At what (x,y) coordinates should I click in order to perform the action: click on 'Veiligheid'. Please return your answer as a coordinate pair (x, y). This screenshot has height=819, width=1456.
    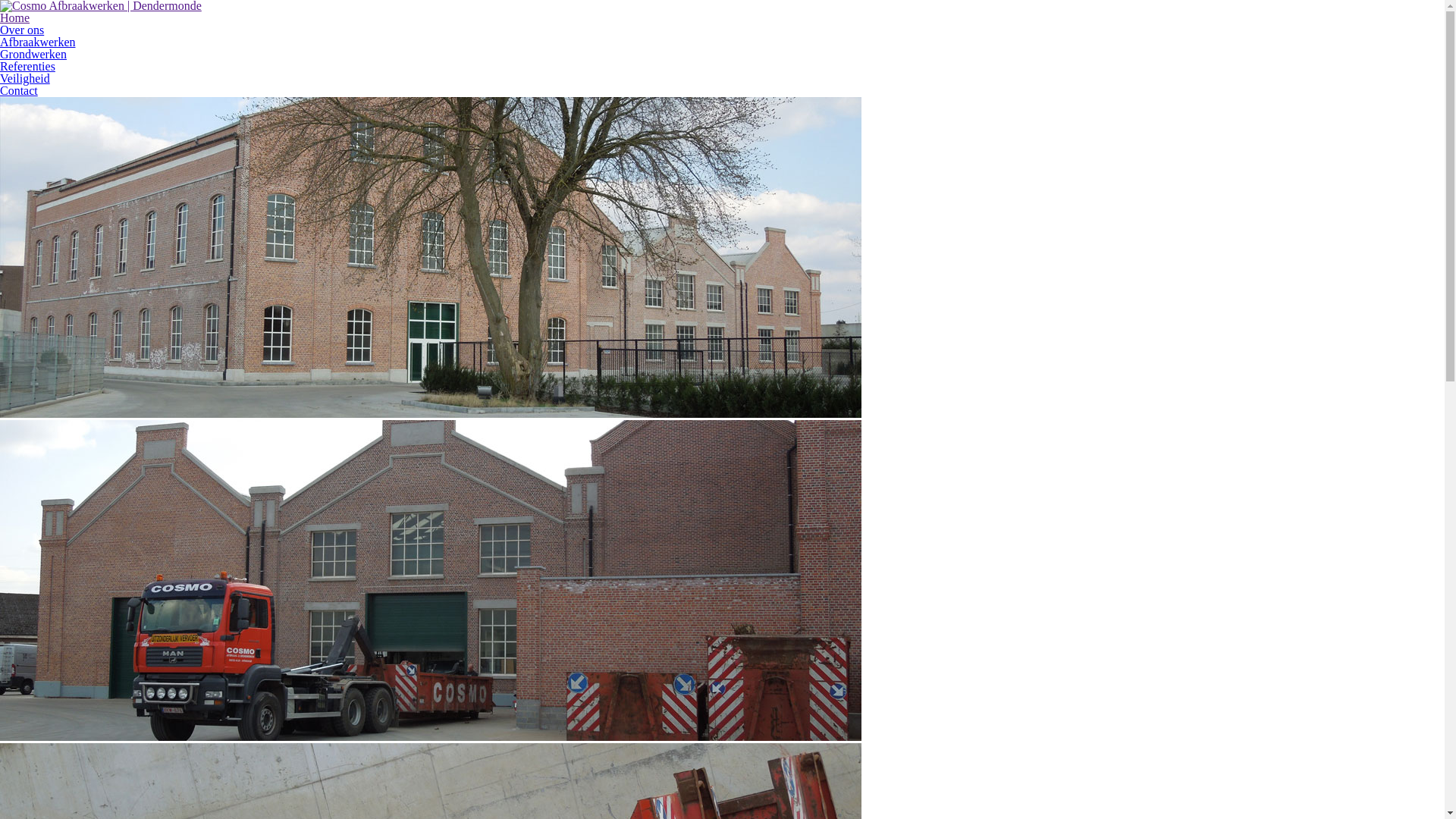
    Looking at the image, I should click on (25, 78).